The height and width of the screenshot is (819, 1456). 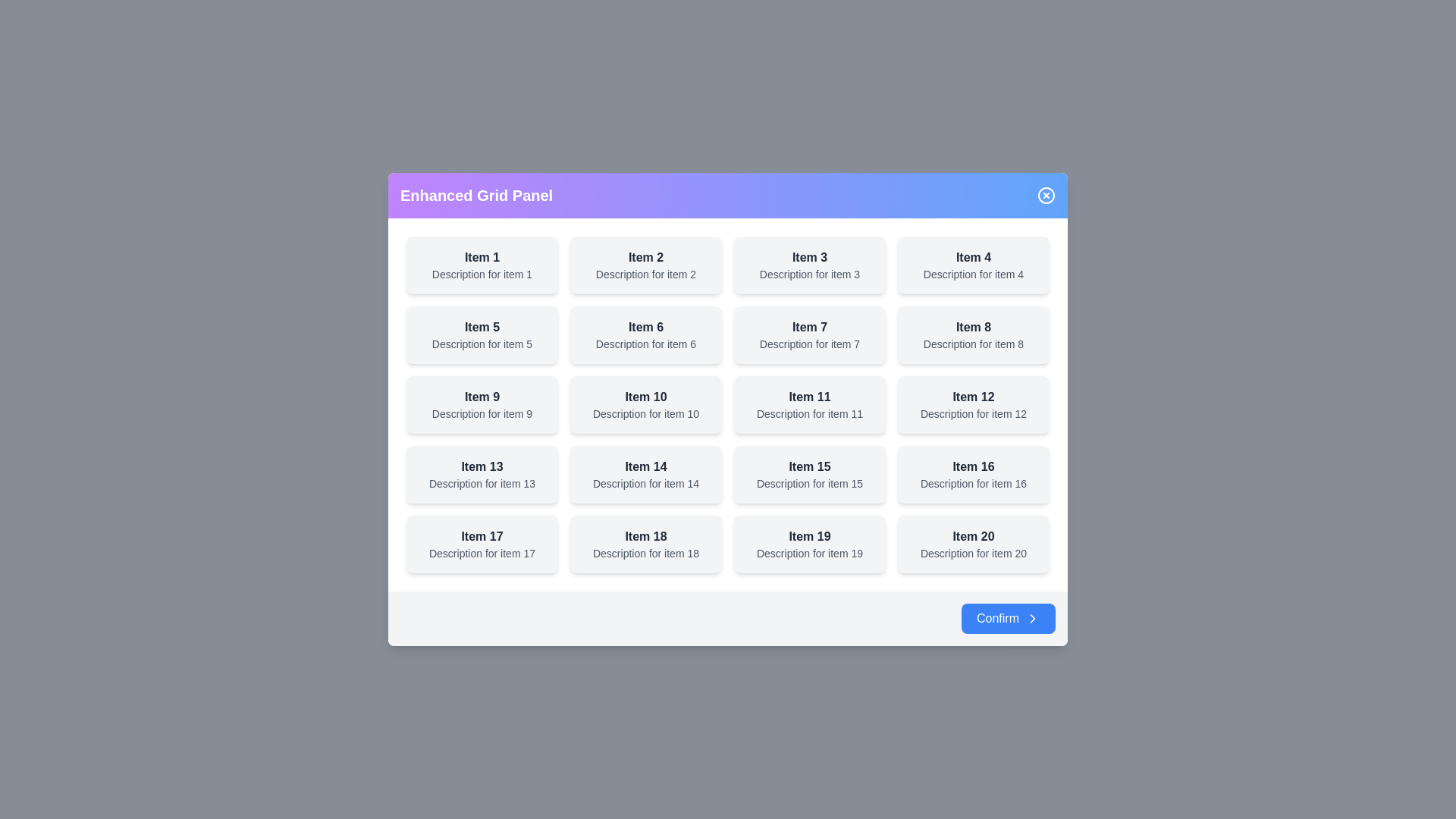 What do you see at coordinates (1046, 195) in the screenshot?
I see `the 'Close' button in the top-right corner of the dialog` at bounding box center [1046, 195].